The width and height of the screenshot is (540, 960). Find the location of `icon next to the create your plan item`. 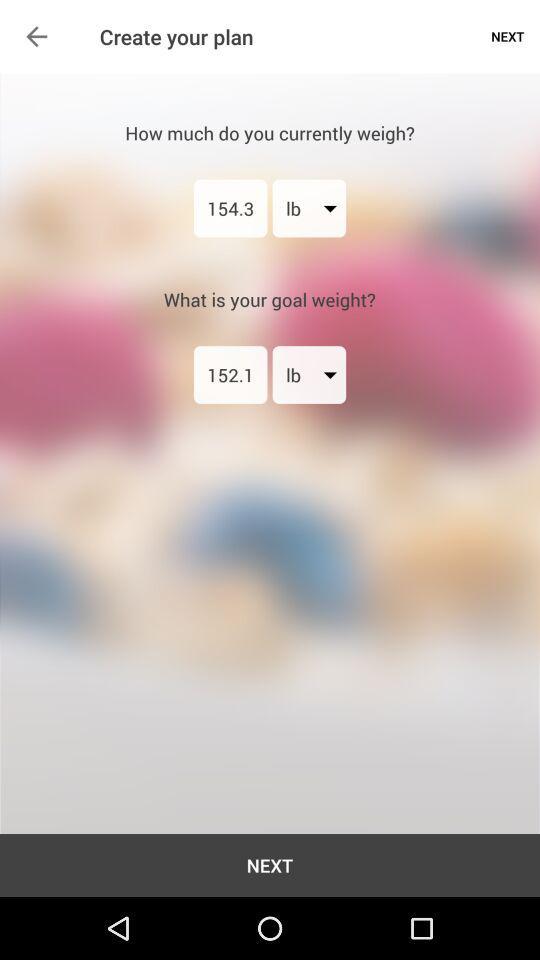

icon next to the create your plan item is located at coordinates (36, 35).